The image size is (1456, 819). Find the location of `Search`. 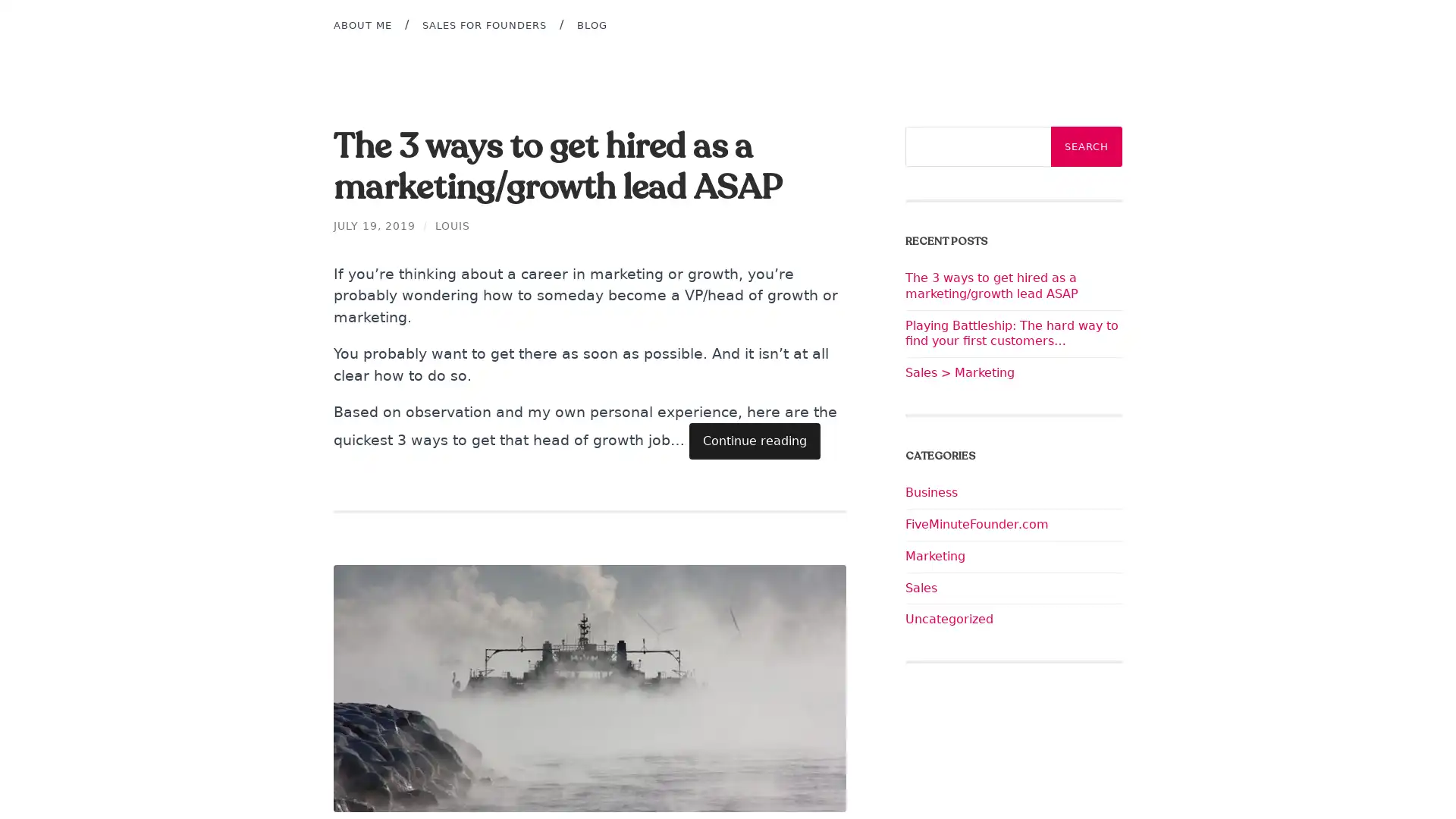

Search is located at coordinates (1086, 146).